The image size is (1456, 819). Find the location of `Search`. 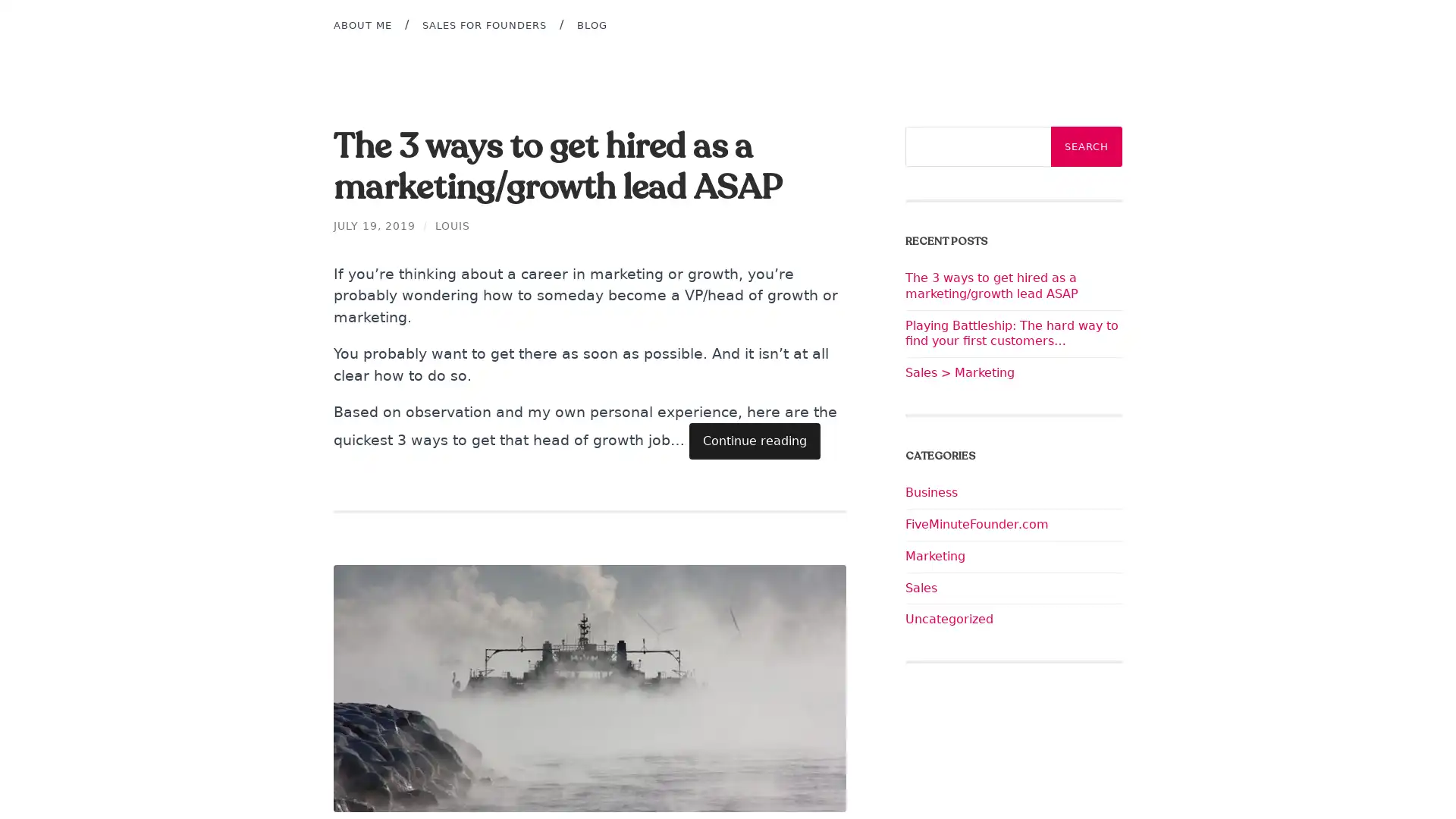

Search is located at coordinates (1086, 146).